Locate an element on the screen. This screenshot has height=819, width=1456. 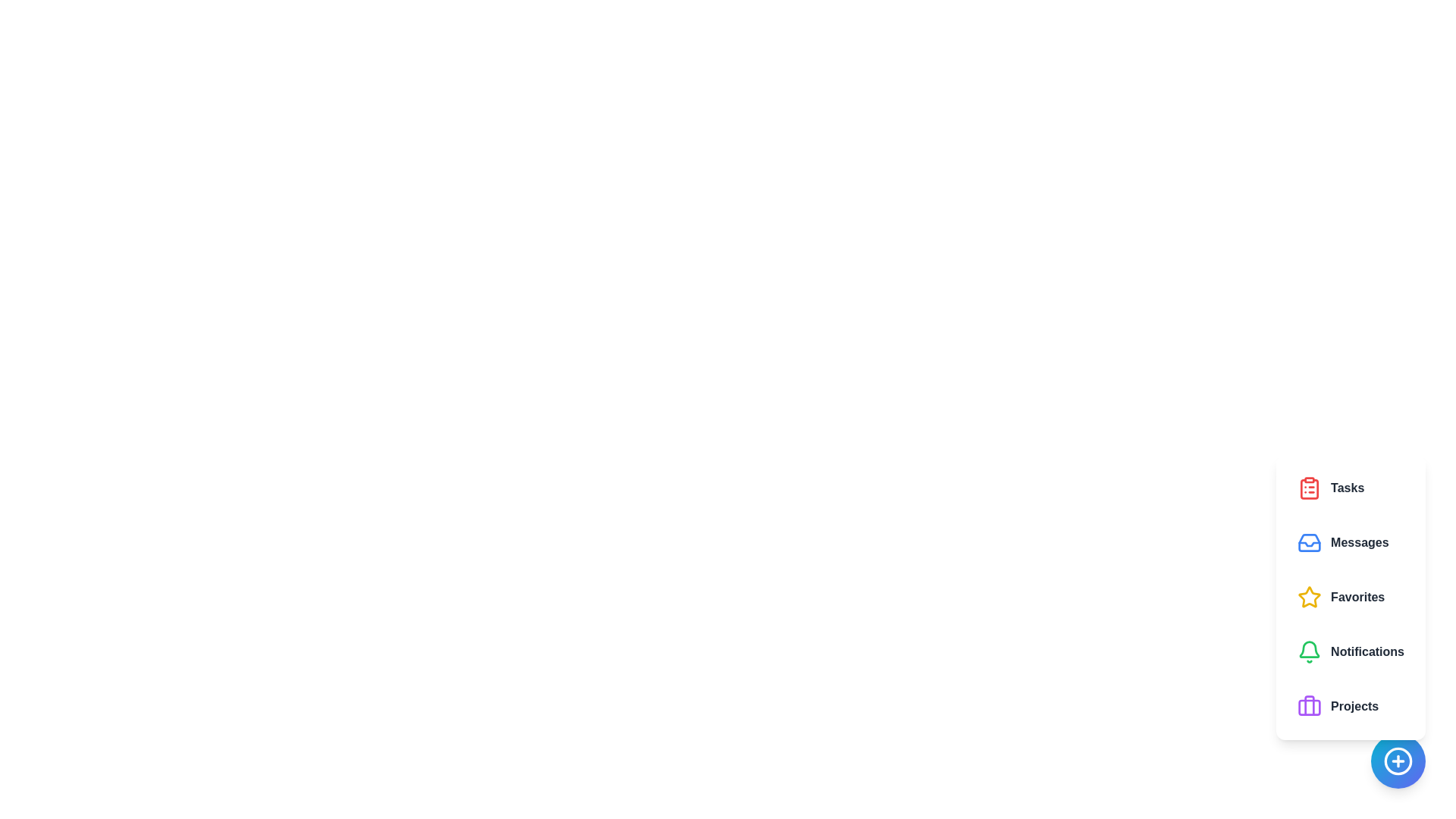
the button labeled Messages to observe visual feedback is located at coordinates (1351, 542).